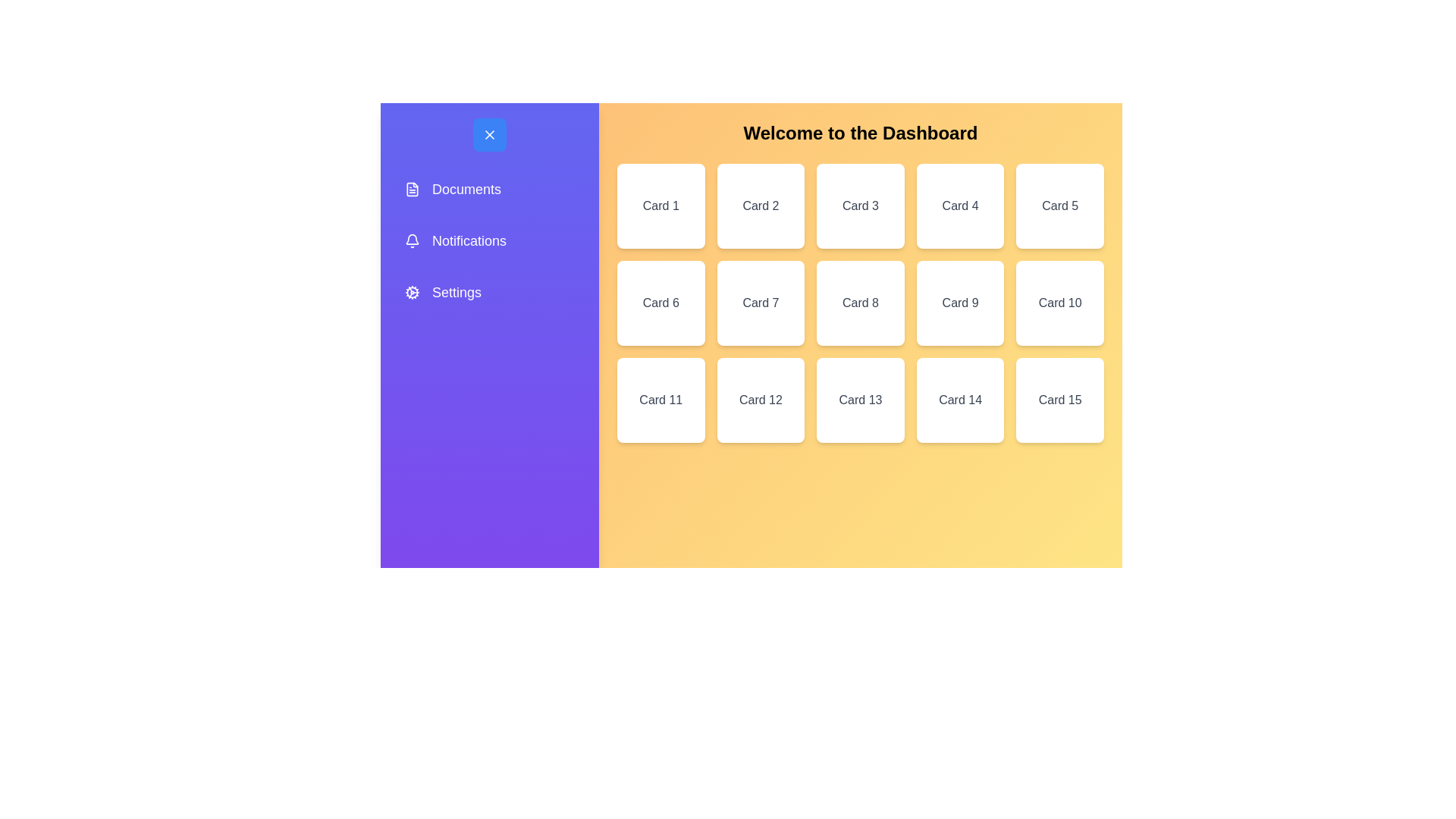 This screenshot has width=1456, height=819. Describe the element at coordinates (490, 292) in the screenshot. I see `the menu option Settings from the sidebar` at that location.